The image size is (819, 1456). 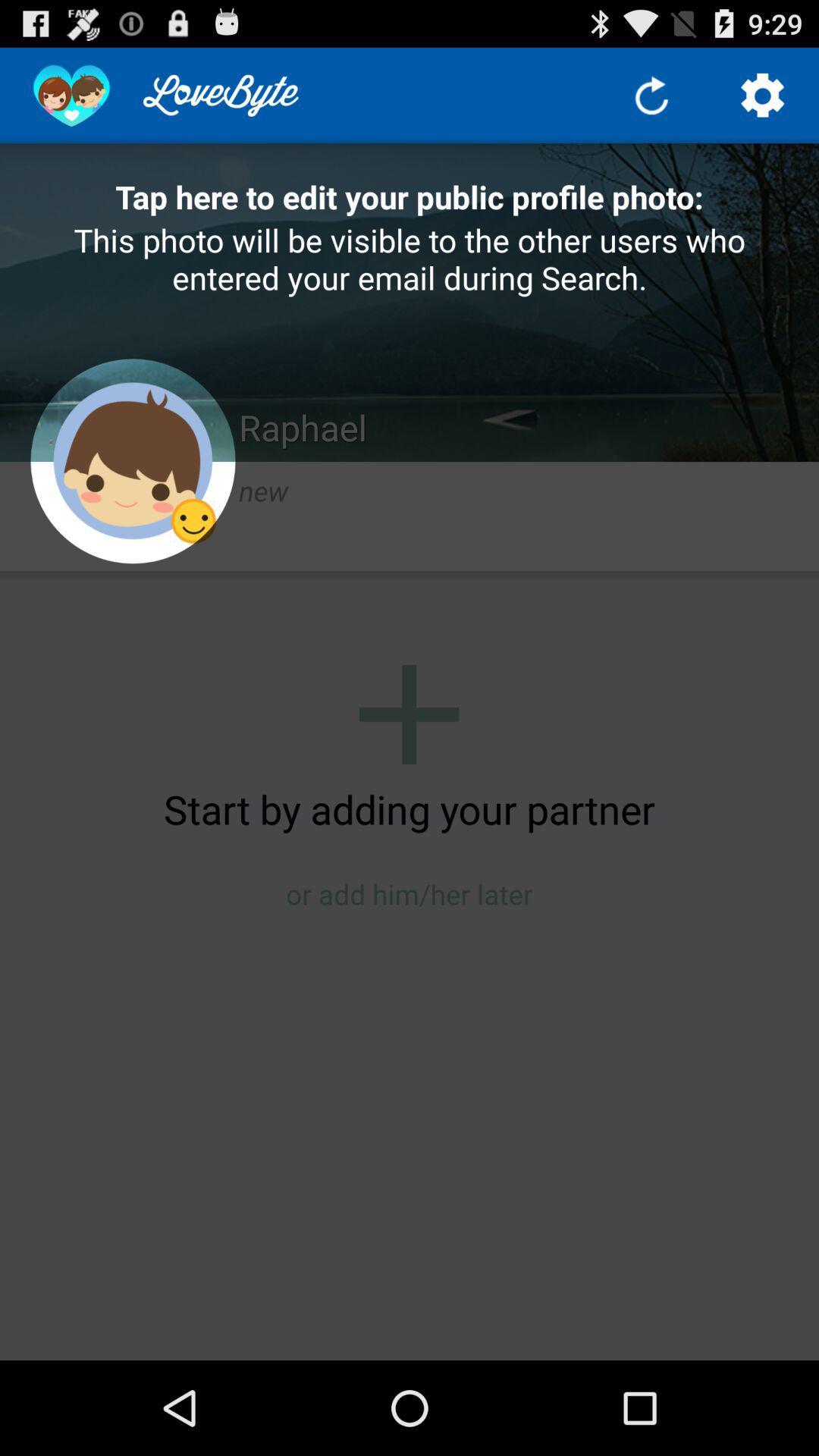 I want to click on change profile icon, so click(x=132, y=460).